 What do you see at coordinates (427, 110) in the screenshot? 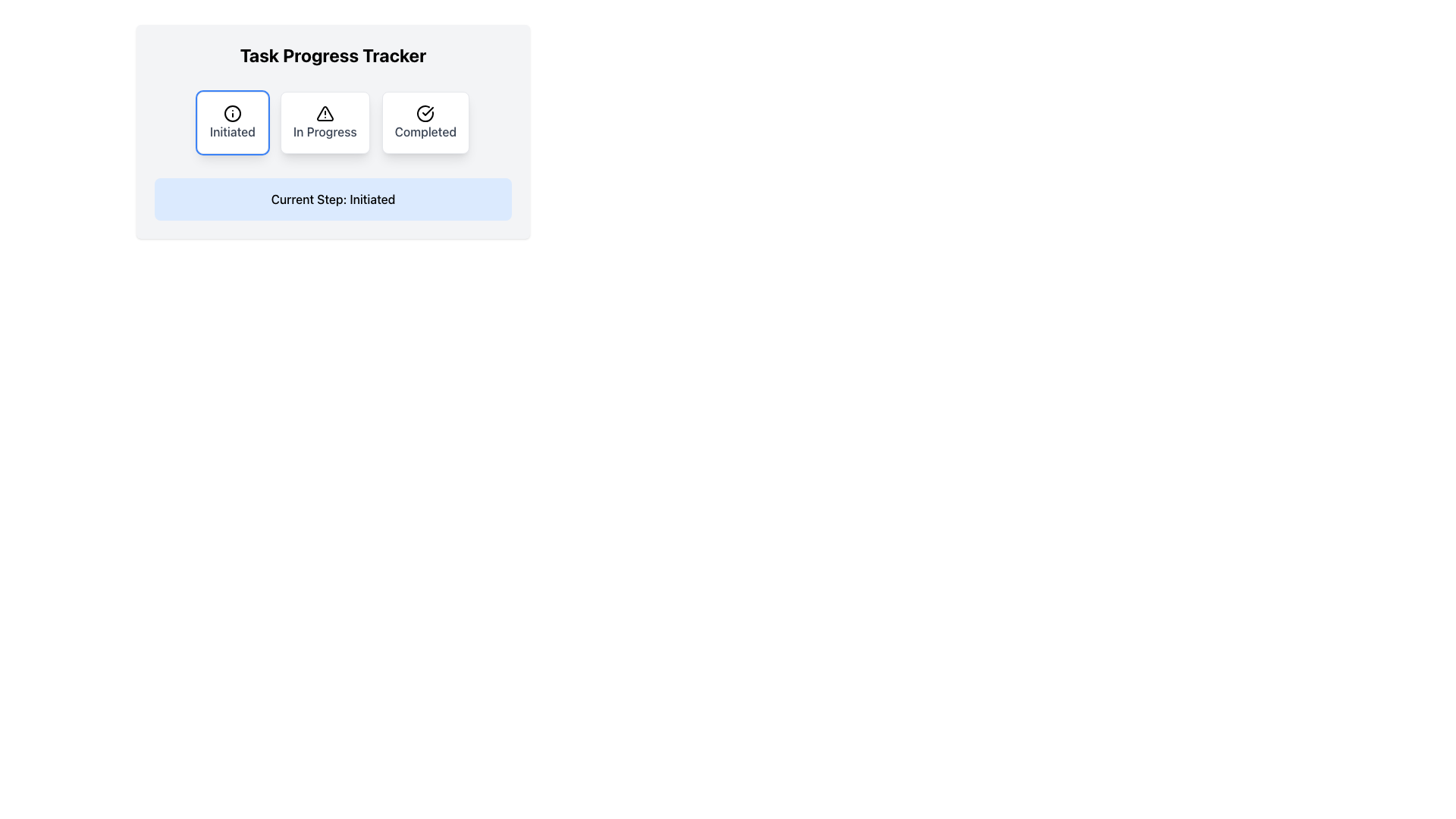
I see `the checkmark icon located in the 'Completed' section of the 'Task Progress Tracker', which indicates completion or success` at bounding box center [427, 110].